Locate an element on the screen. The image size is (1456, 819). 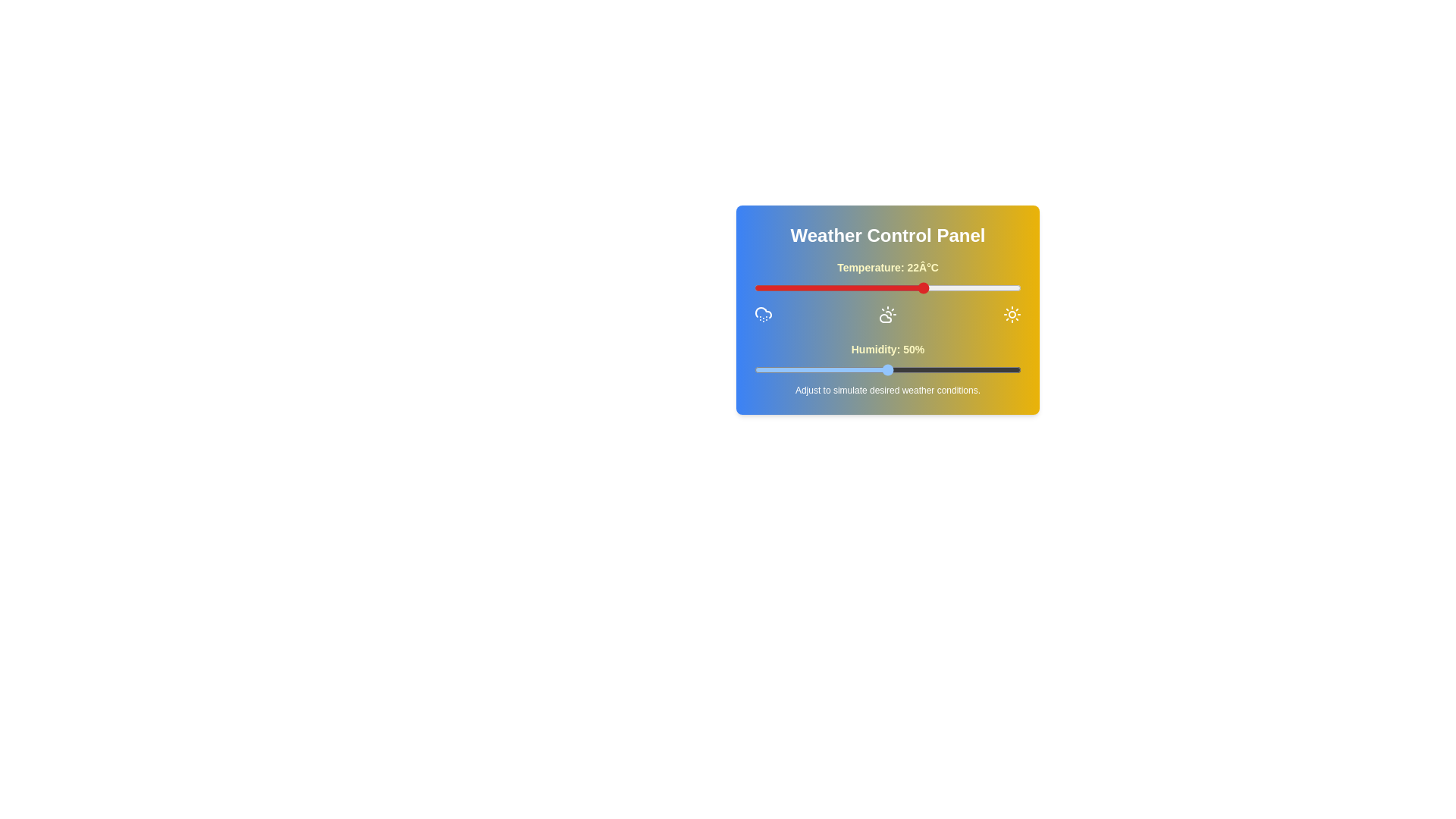
humidity is located at coordinates (965, 370).